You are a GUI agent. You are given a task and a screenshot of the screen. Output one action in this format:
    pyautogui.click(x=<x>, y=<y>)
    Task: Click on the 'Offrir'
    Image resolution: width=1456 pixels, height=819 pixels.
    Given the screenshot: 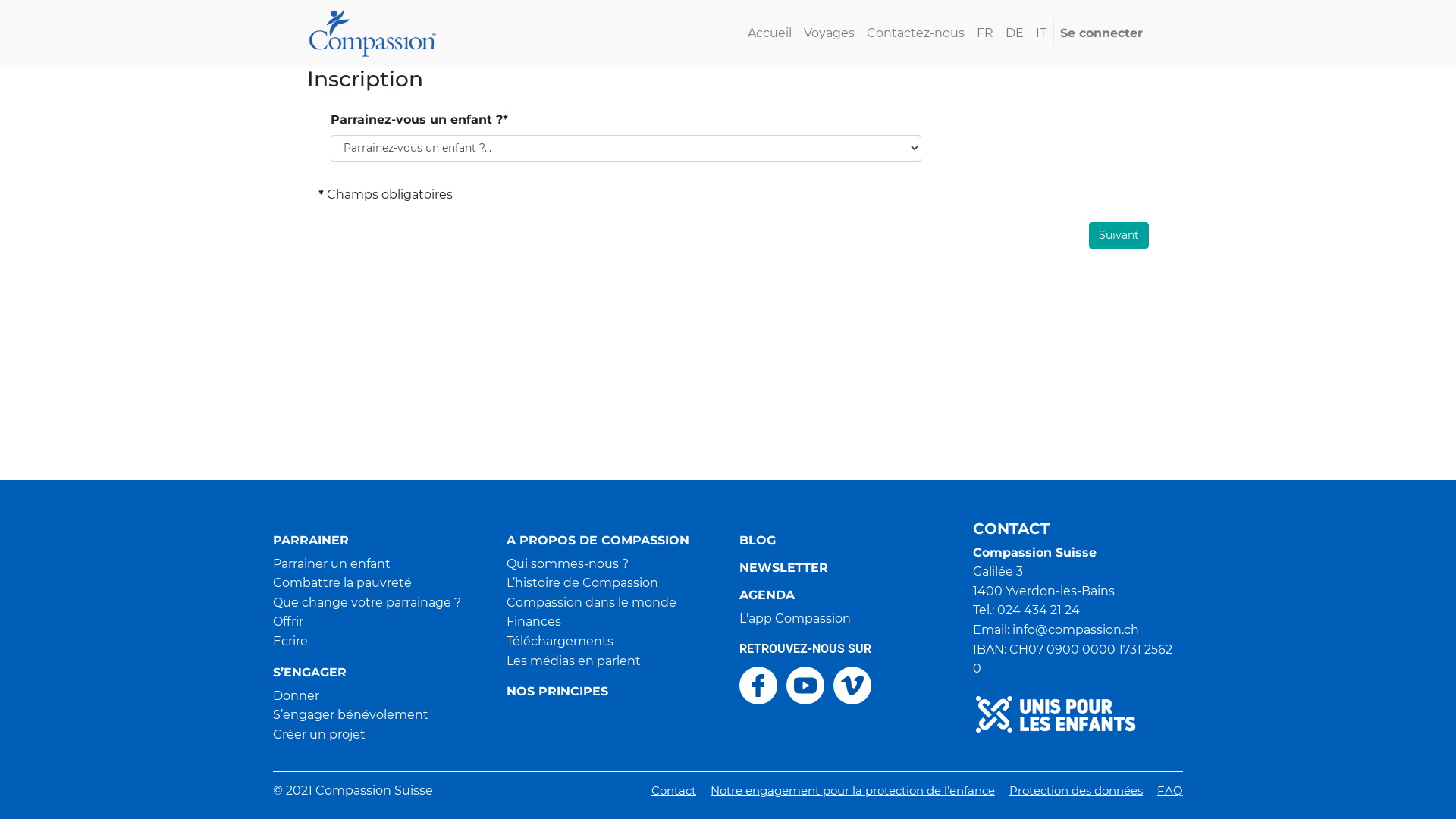 What is the action you would take?
    pyautogui.click(x=287, y=621)
    